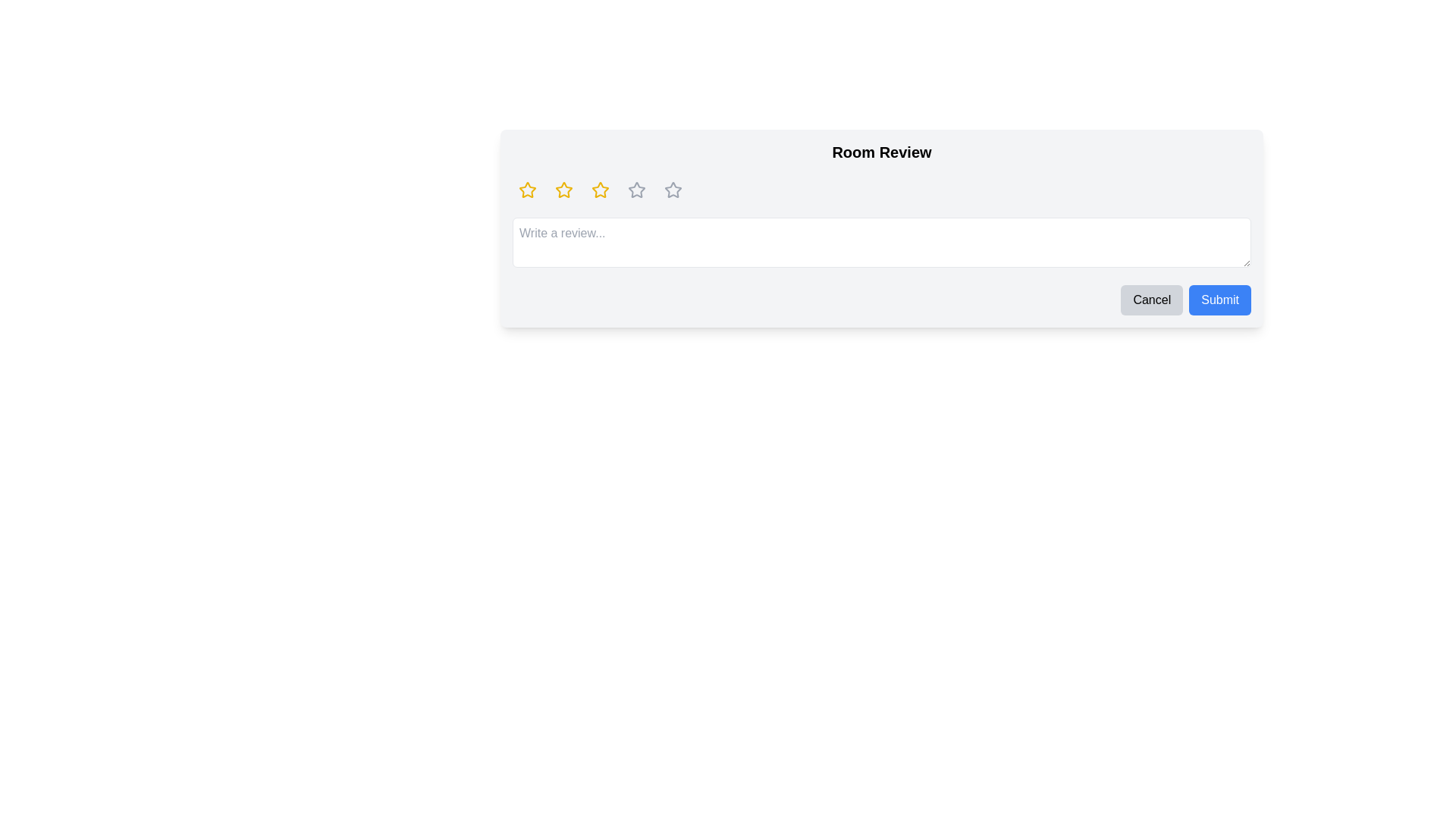 The width and height of the screenshot is (1456, 819). Describe the element at coordinates (528, 189) in the screenshot. I see `the first star-shaped rating icon, which is yellow and has rounded edges, to trigger the tooltip or styling effect` at that location.